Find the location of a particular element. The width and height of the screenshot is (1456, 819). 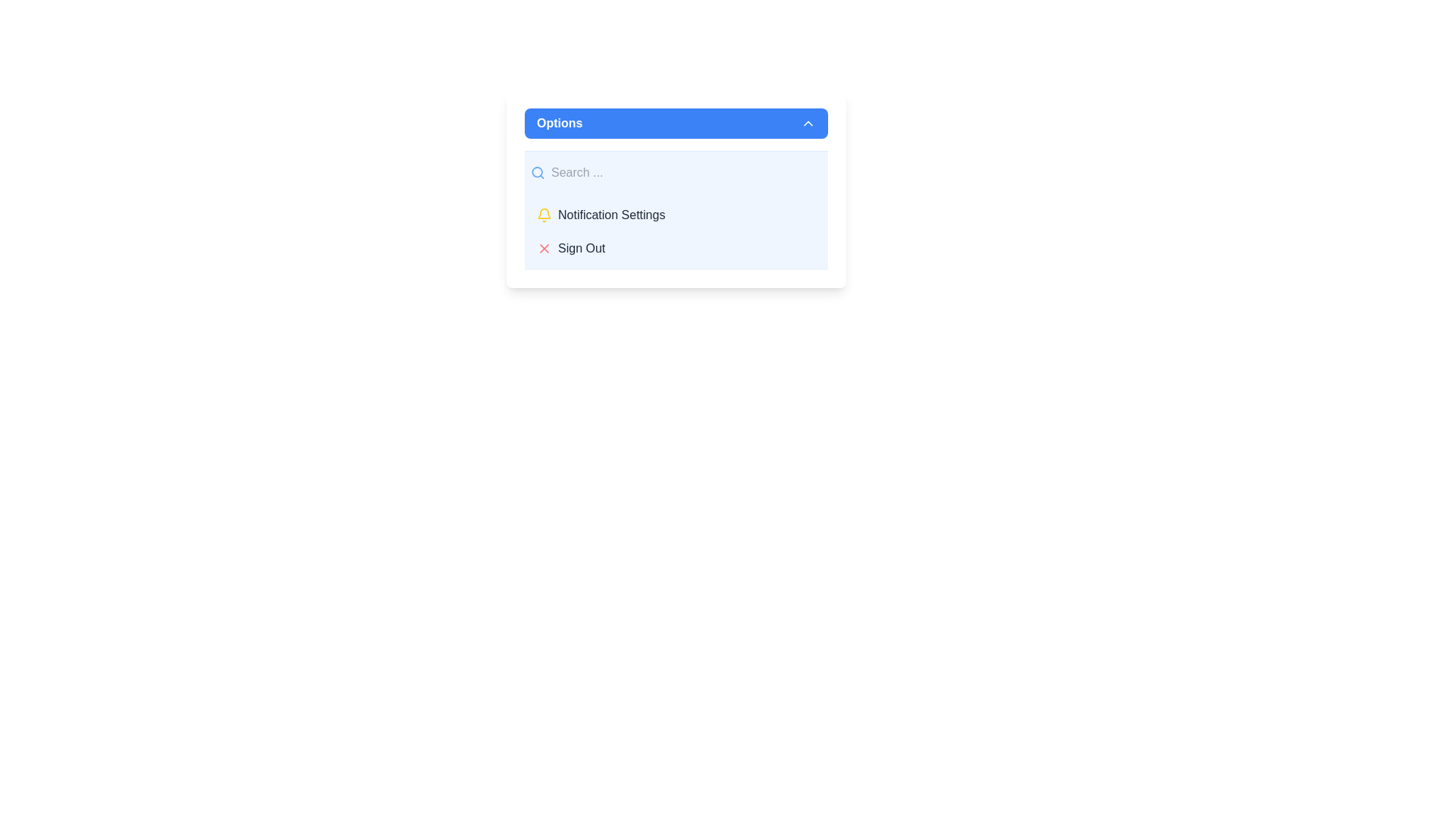

the chevron-up icon in the blue header labeled 'Options' is located at coordinates (807, 122).